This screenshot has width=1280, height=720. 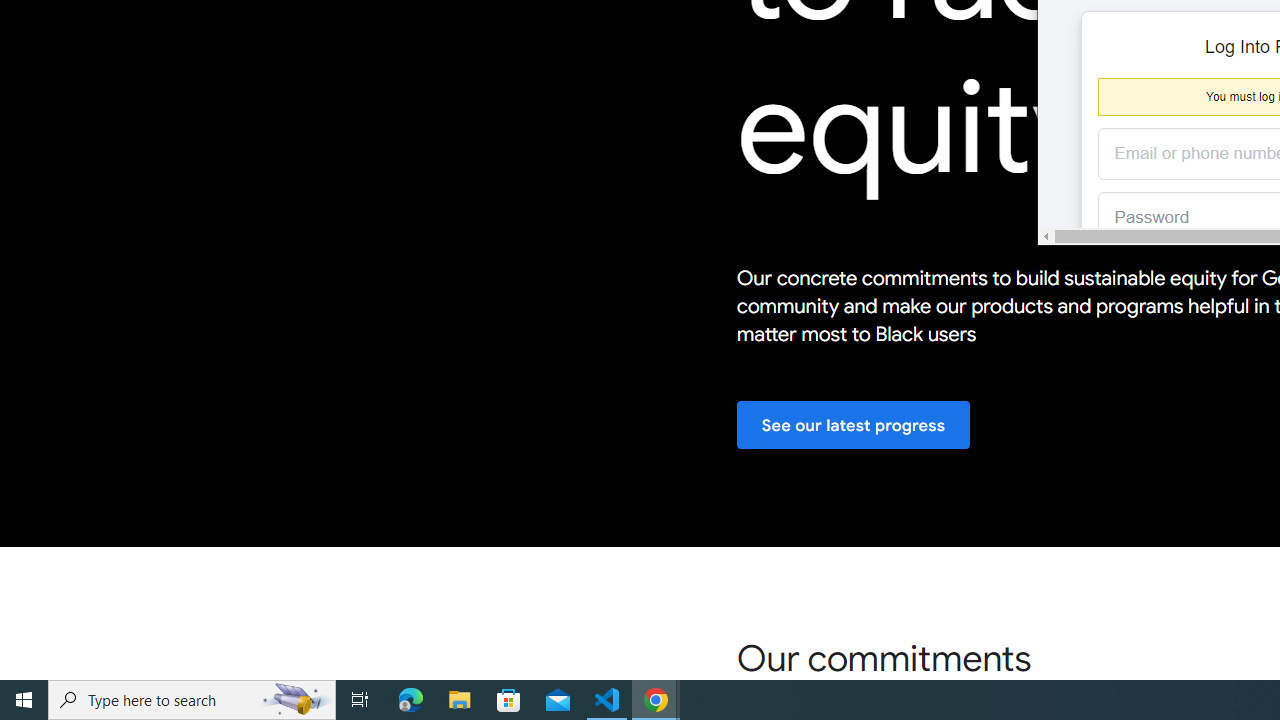 I want to click on 'Google Chrome - 3 running windows', so click(x=656, y=698).